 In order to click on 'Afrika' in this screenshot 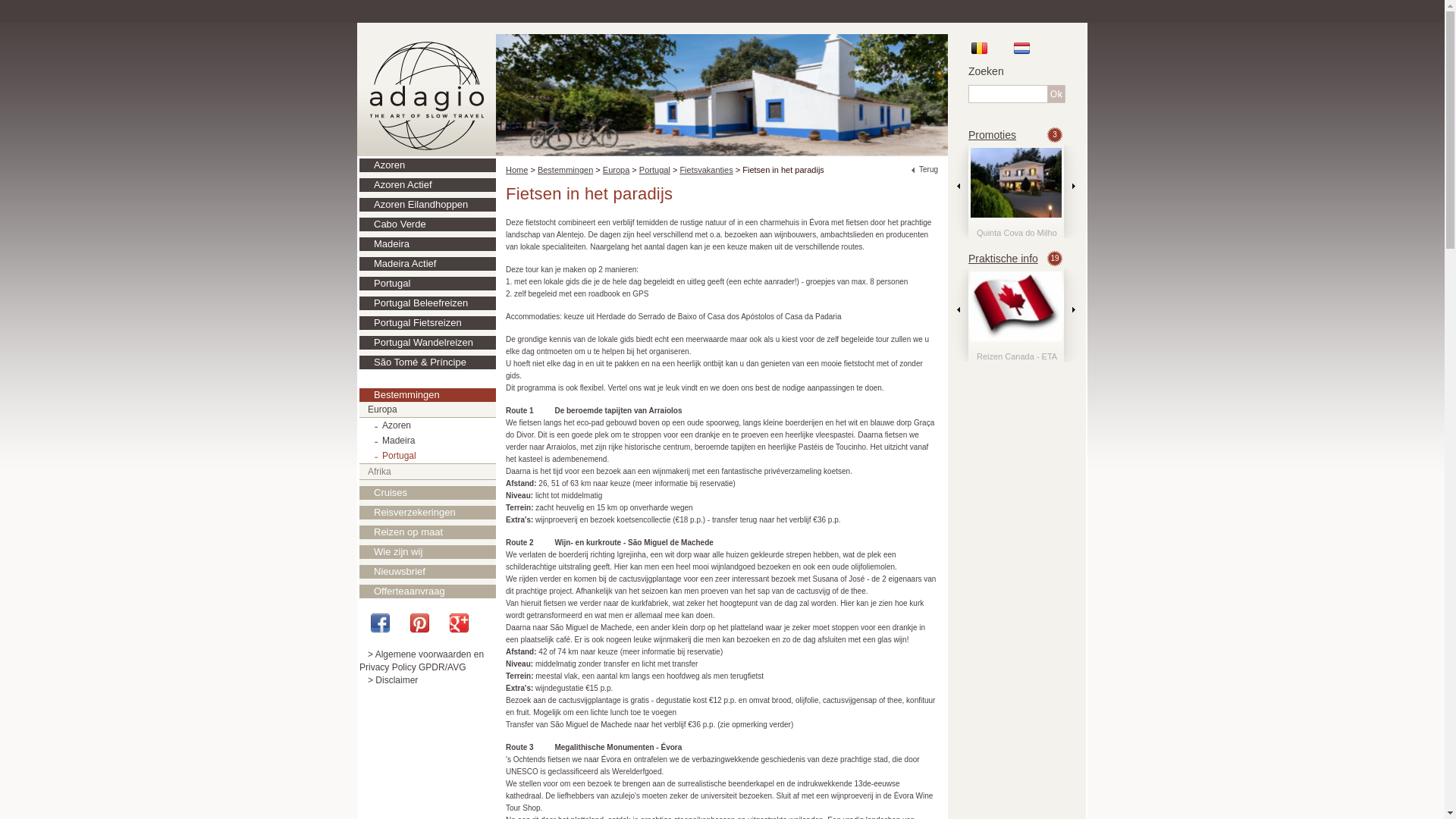, I will do `click(427, 470)`.